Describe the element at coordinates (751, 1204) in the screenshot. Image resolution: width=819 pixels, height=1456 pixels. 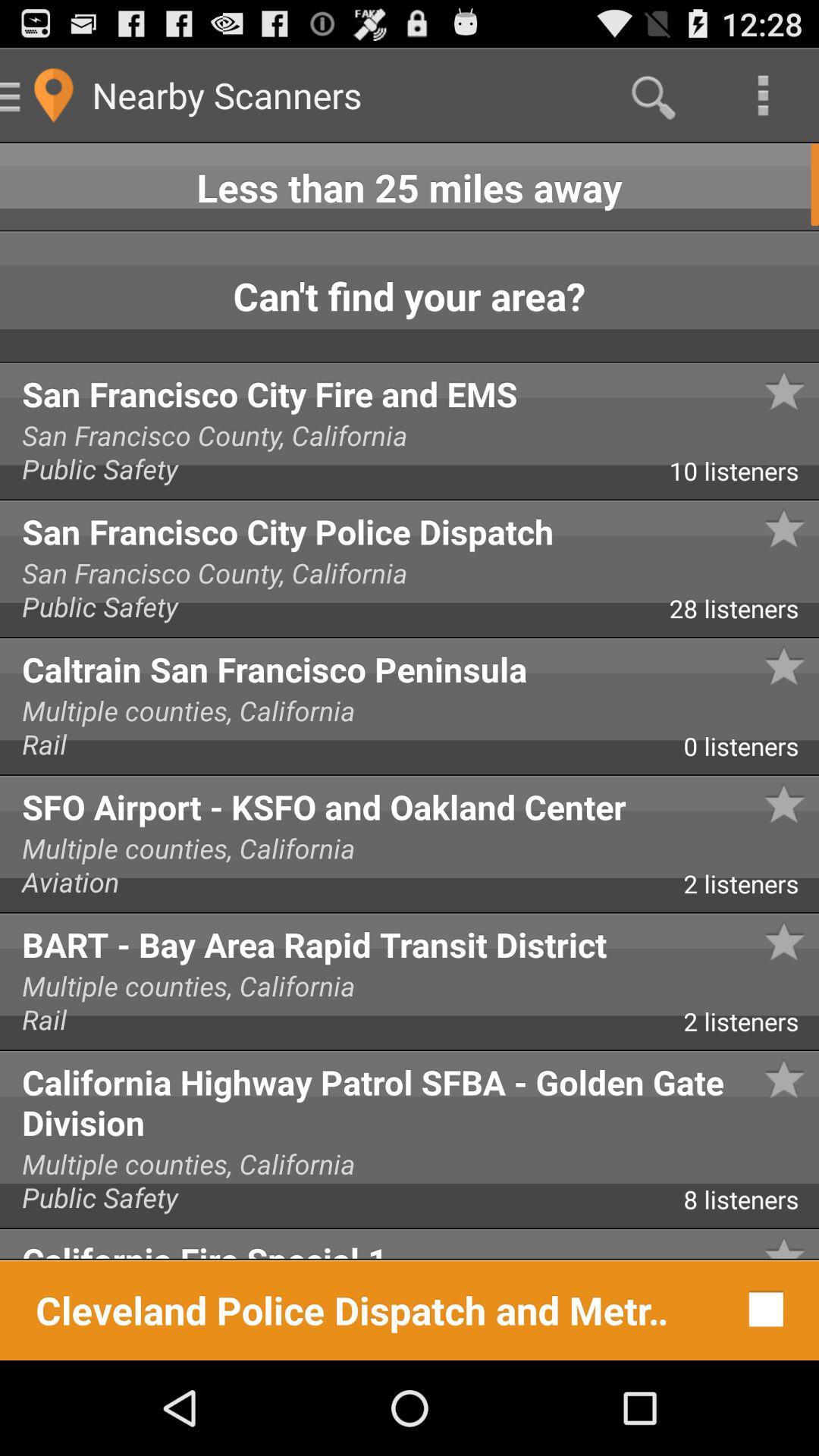
I see `the item below the multiple counties, california` at that location.